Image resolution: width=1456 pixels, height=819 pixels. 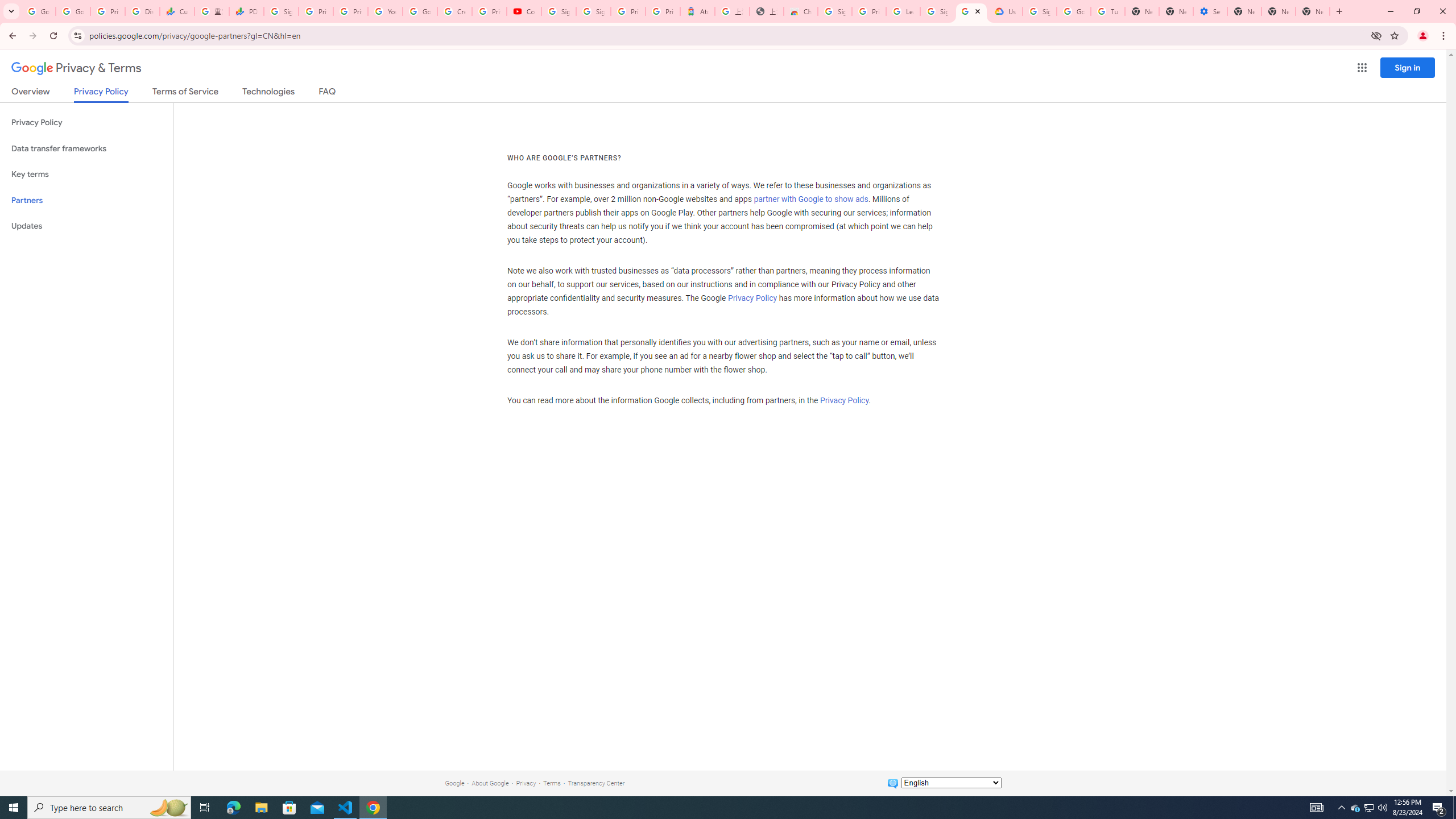 What do you see at coordinates (490, 783) in the screenshot?
I see `'About Google'` at bounding box center [490, 783].